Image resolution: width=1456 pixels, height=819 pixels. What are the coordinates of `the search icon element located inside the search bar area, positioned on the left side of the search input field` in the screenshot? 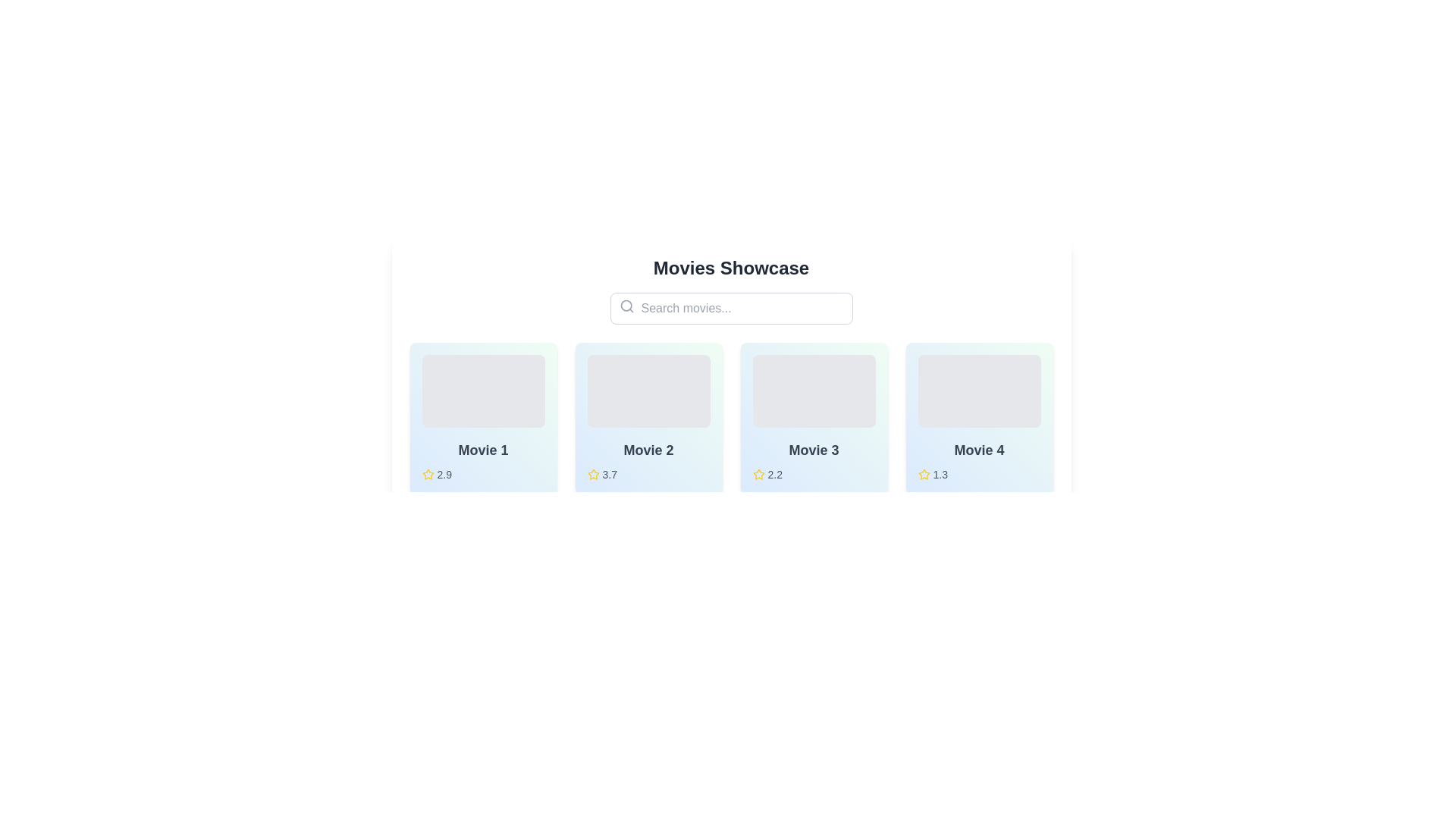 It's located at (626, 306).